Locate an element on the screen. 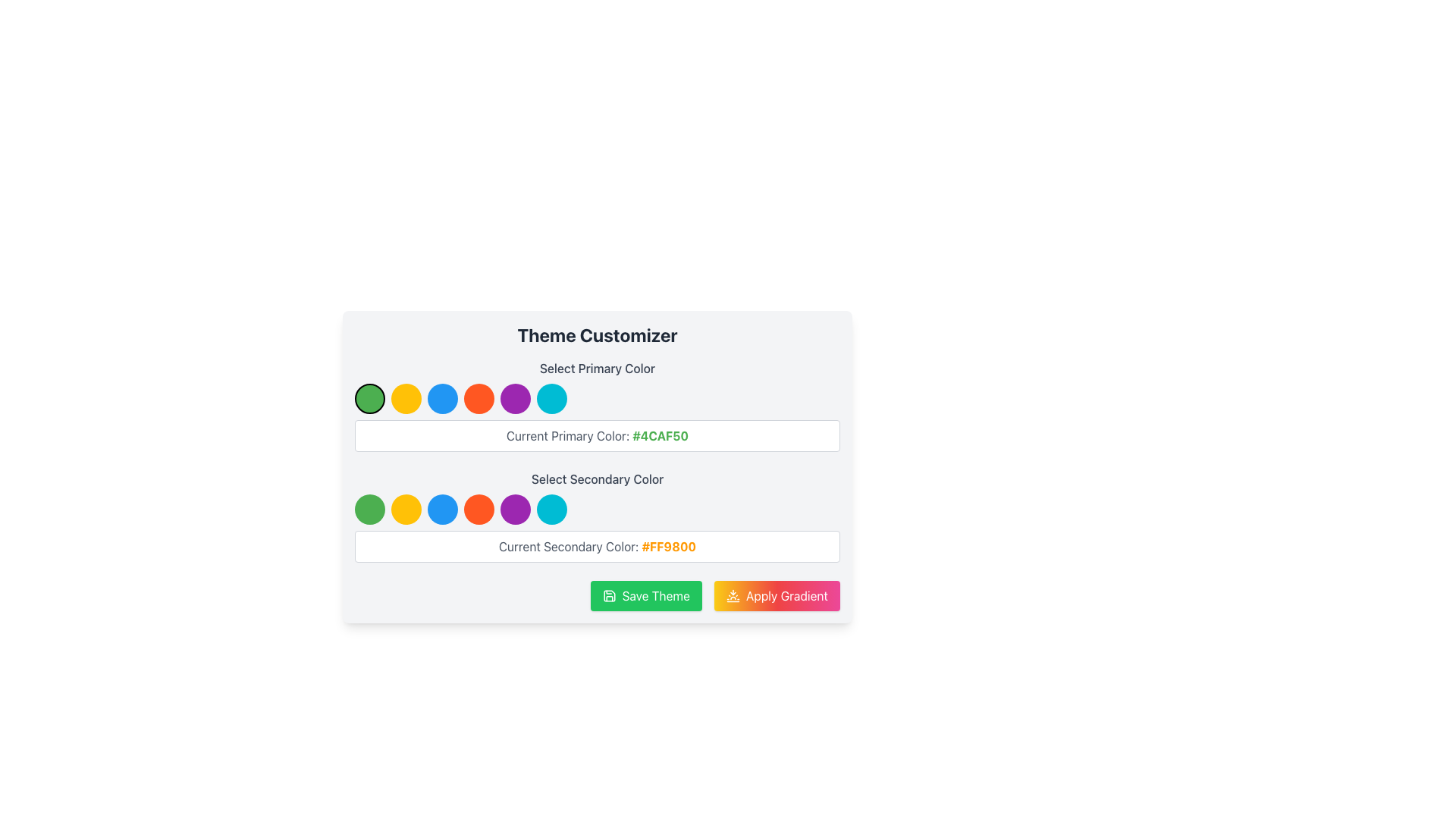 This screenshot has width=1456, height=819. the second circular button for selecting yellow color in the 'Select Primary Color' section is located at coordinates (406, 397).